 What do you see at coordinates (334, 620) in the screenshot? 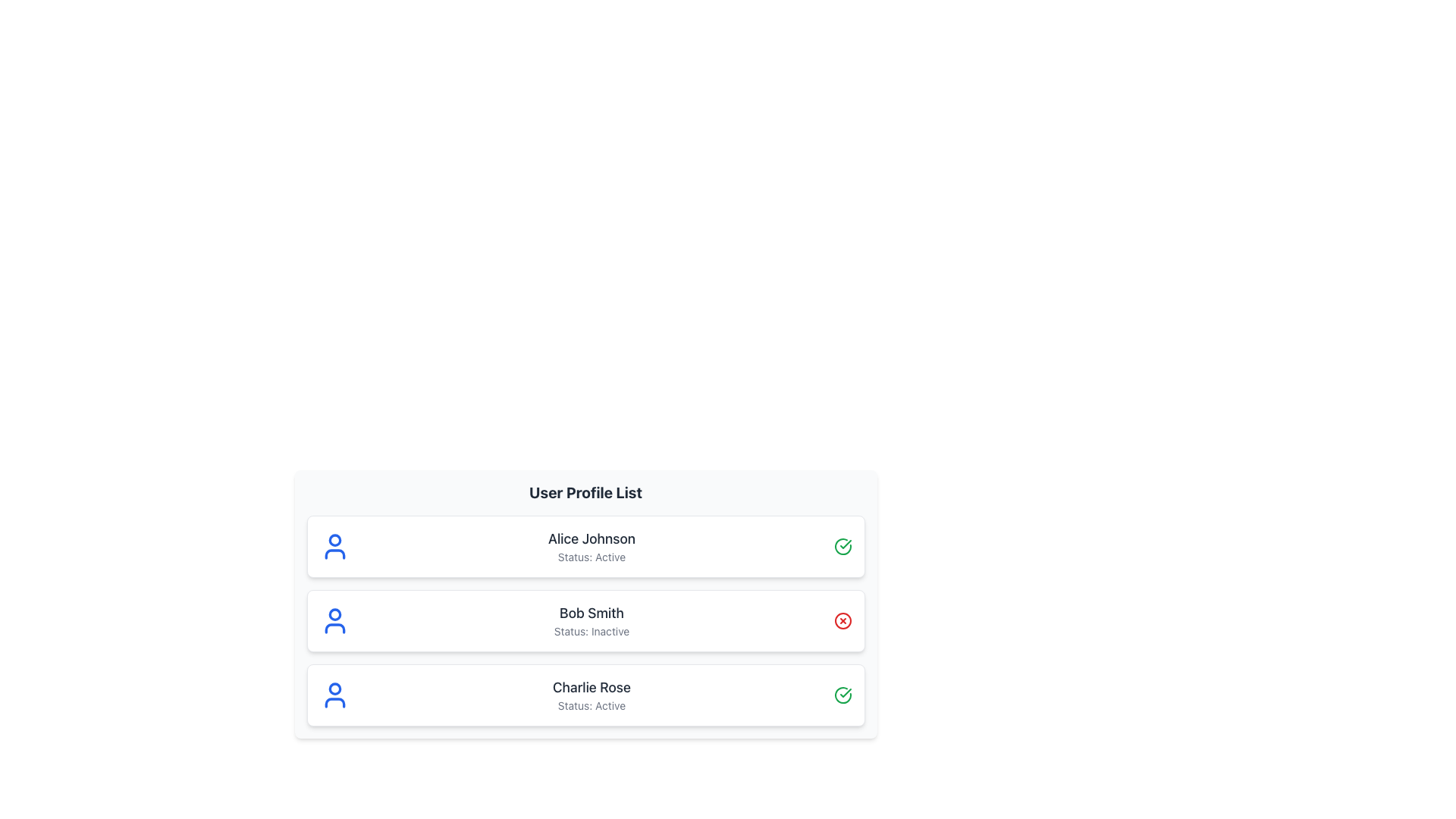
I see `the user profile icon, which is a blue-colored SVG graphic of a person silhouette, located to the left of the user name 'Bob Smith' in the second user card of a vertically aligned list` at bounding box center [334, 620].